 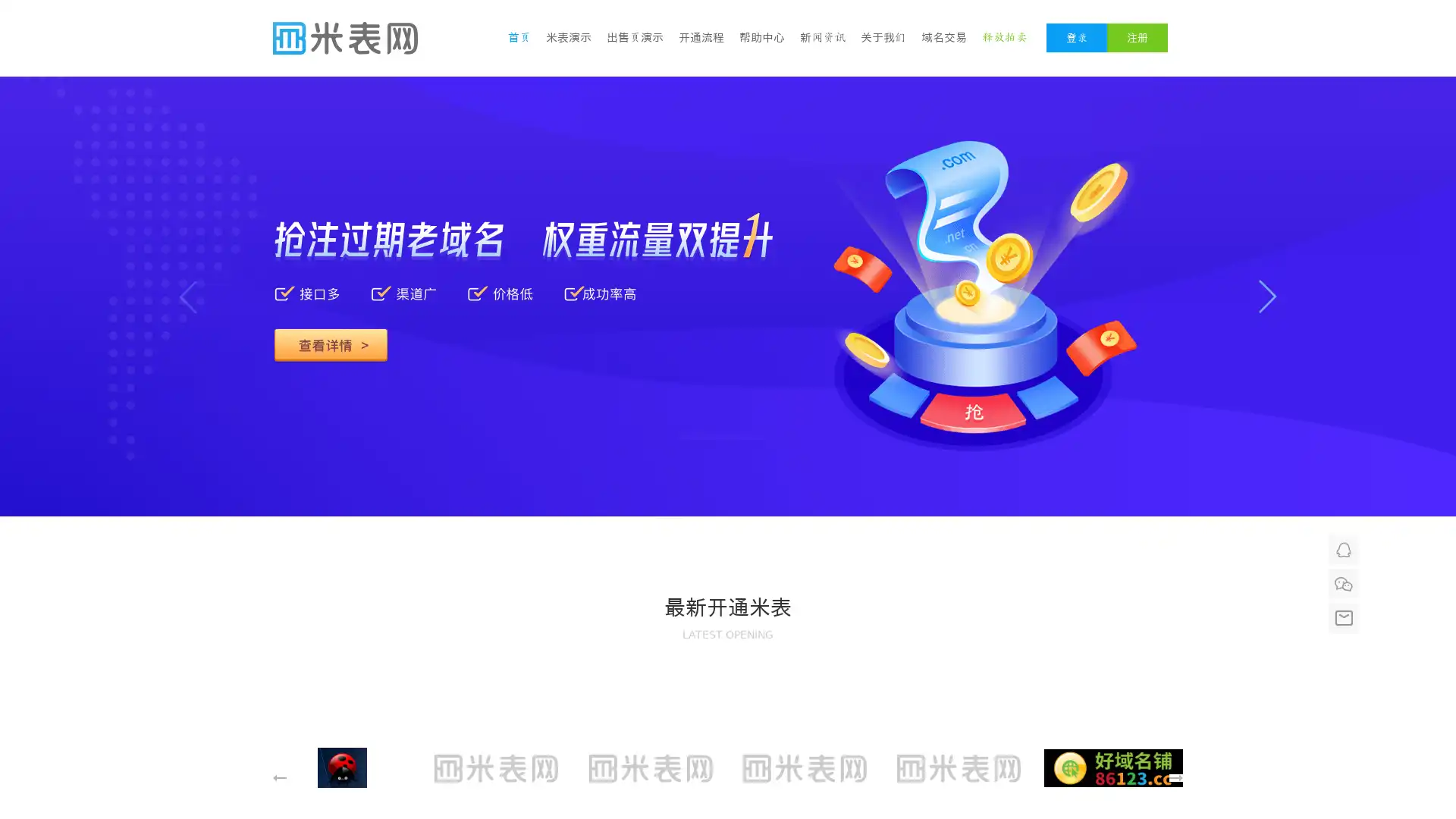 What do you see at coordinates (882, 516) in the screenshot?
I see `Previous slide` at bounding box center [882, 516].